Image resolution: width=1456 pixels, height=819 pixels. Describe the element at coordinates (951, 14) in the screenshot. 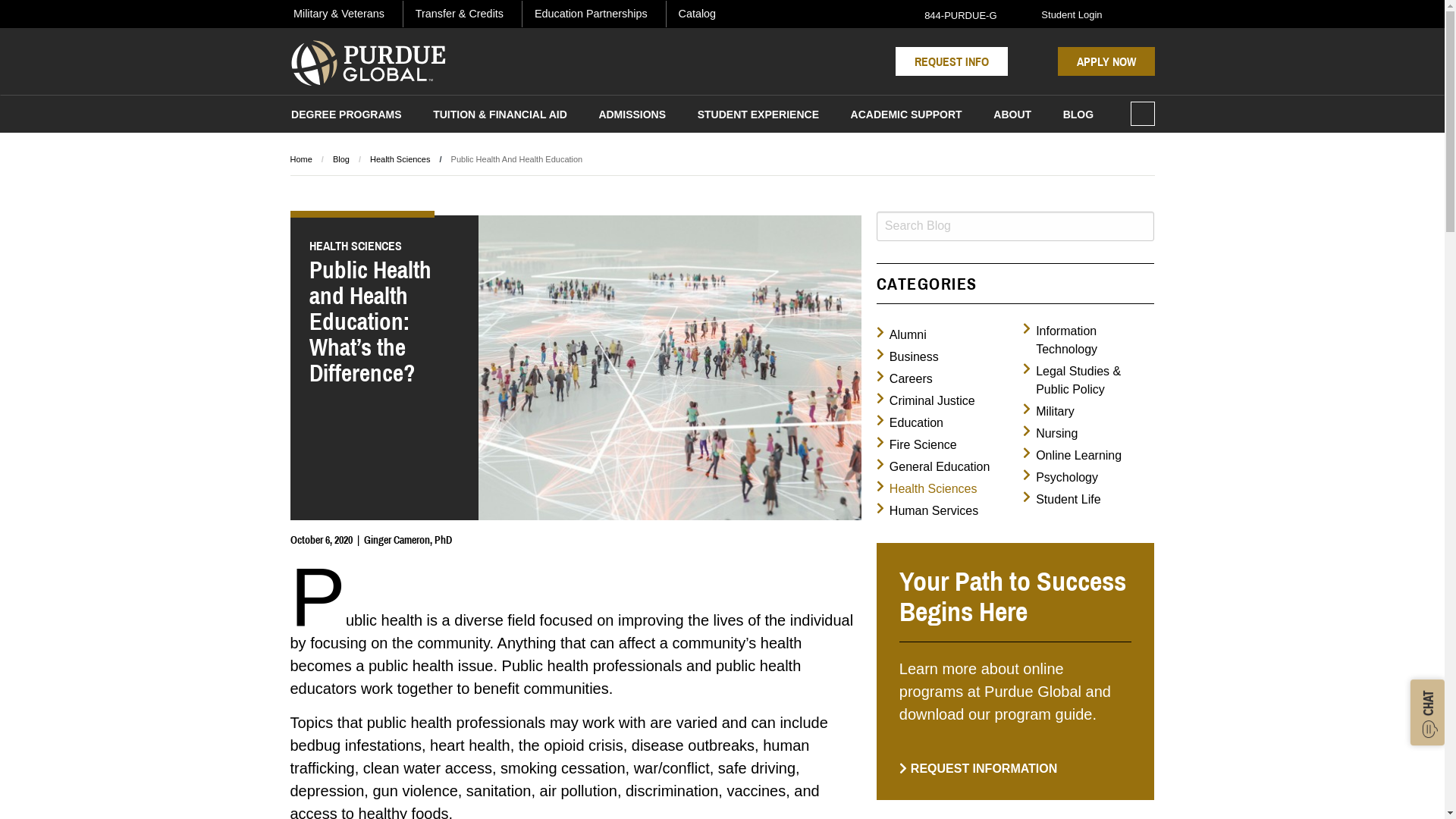

I see `'844-PURDUE-G'` at that location.